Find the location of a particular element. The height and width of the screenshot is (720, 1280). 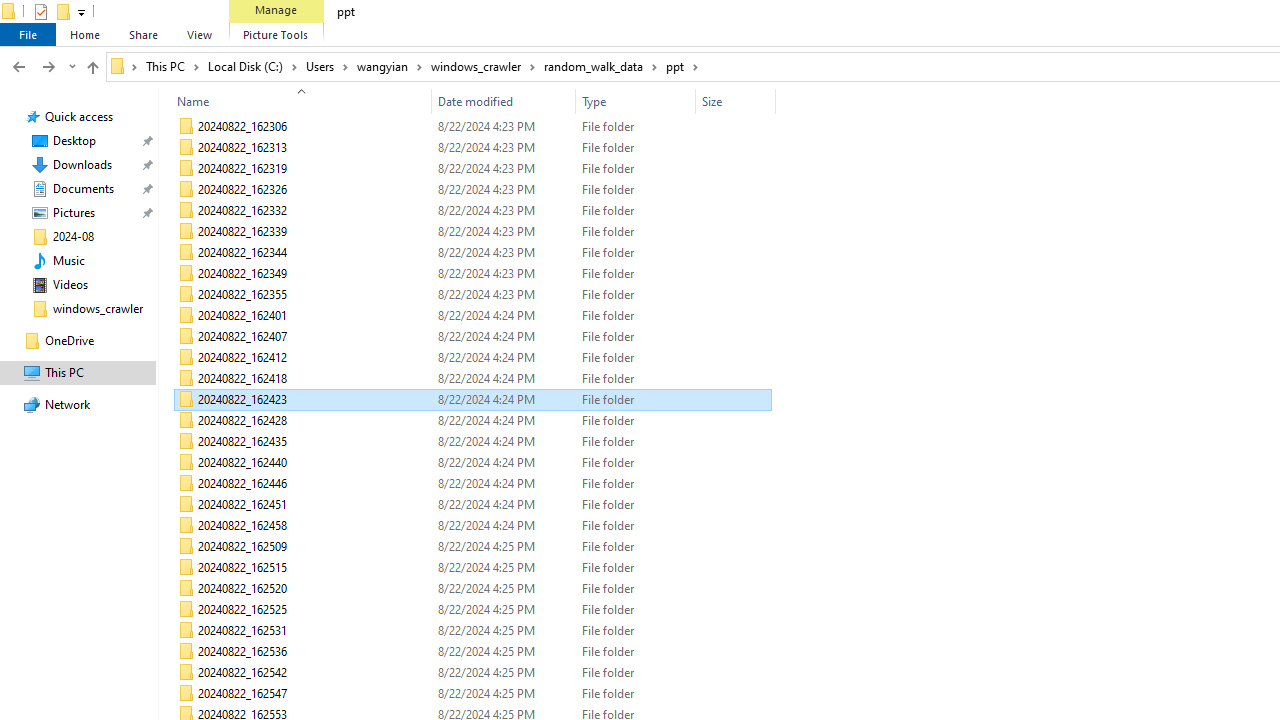

'20240822_162525' is located at coordinates (471, 608).